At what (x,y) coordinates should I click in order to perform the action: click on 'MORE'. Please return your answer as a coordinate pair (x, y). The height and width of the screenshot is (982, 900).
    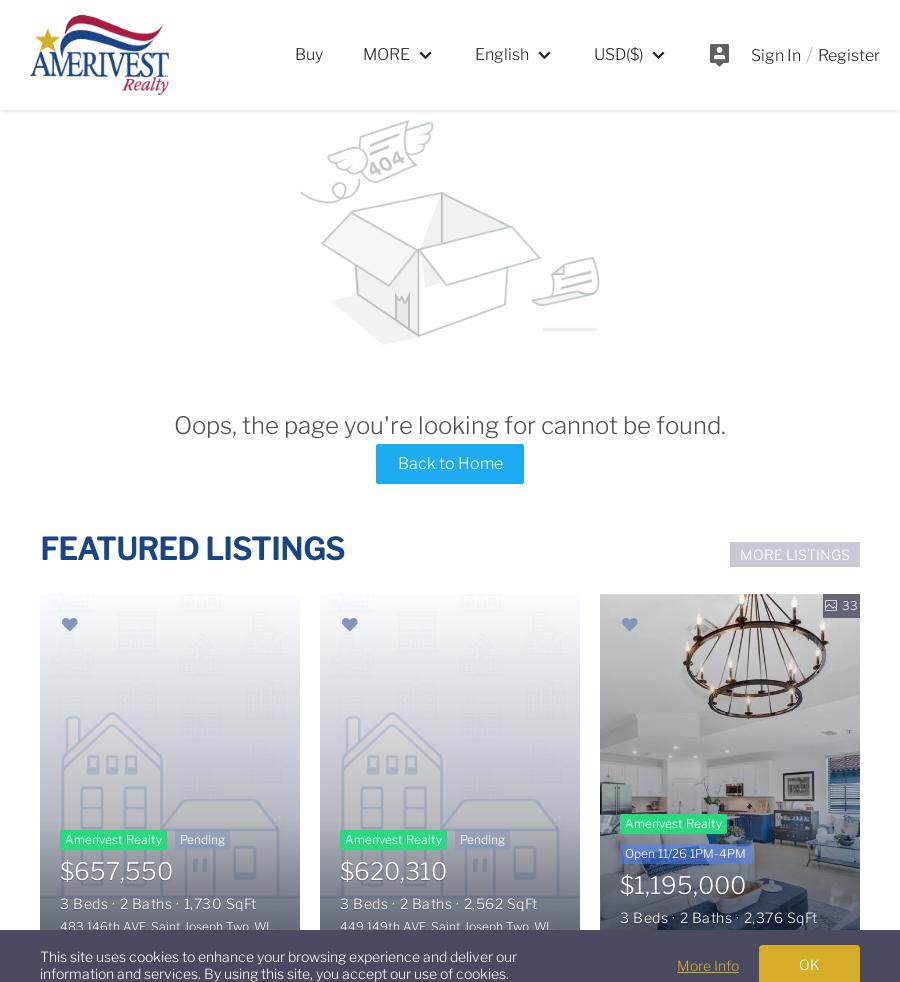
    Looking at the image, I should click on (386, 53).